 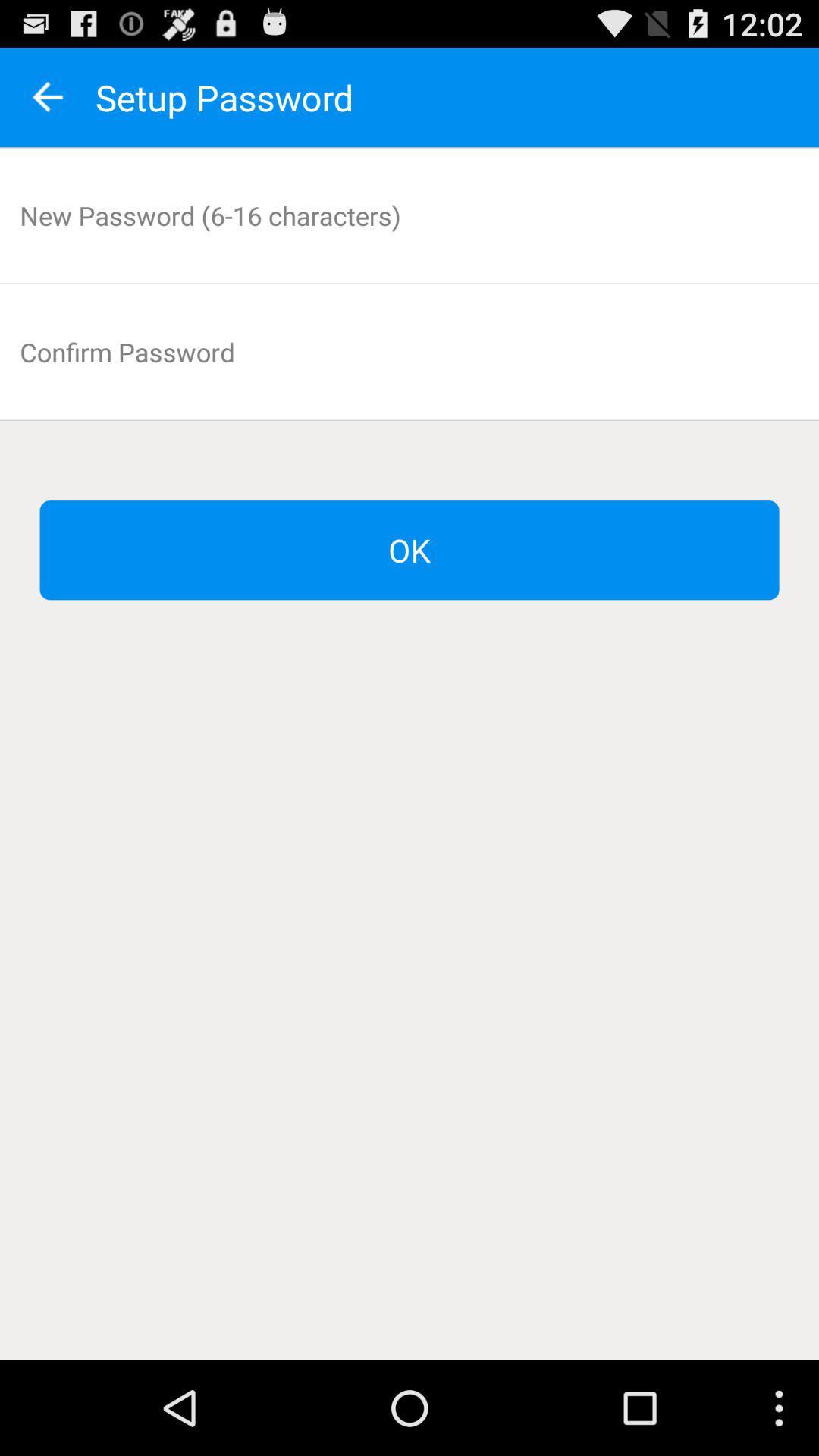 What do you see at coordinates (409, 215) in the screenshot?
I see `option to setup new password of 6-16 characters` at bounding box center [409, 215].